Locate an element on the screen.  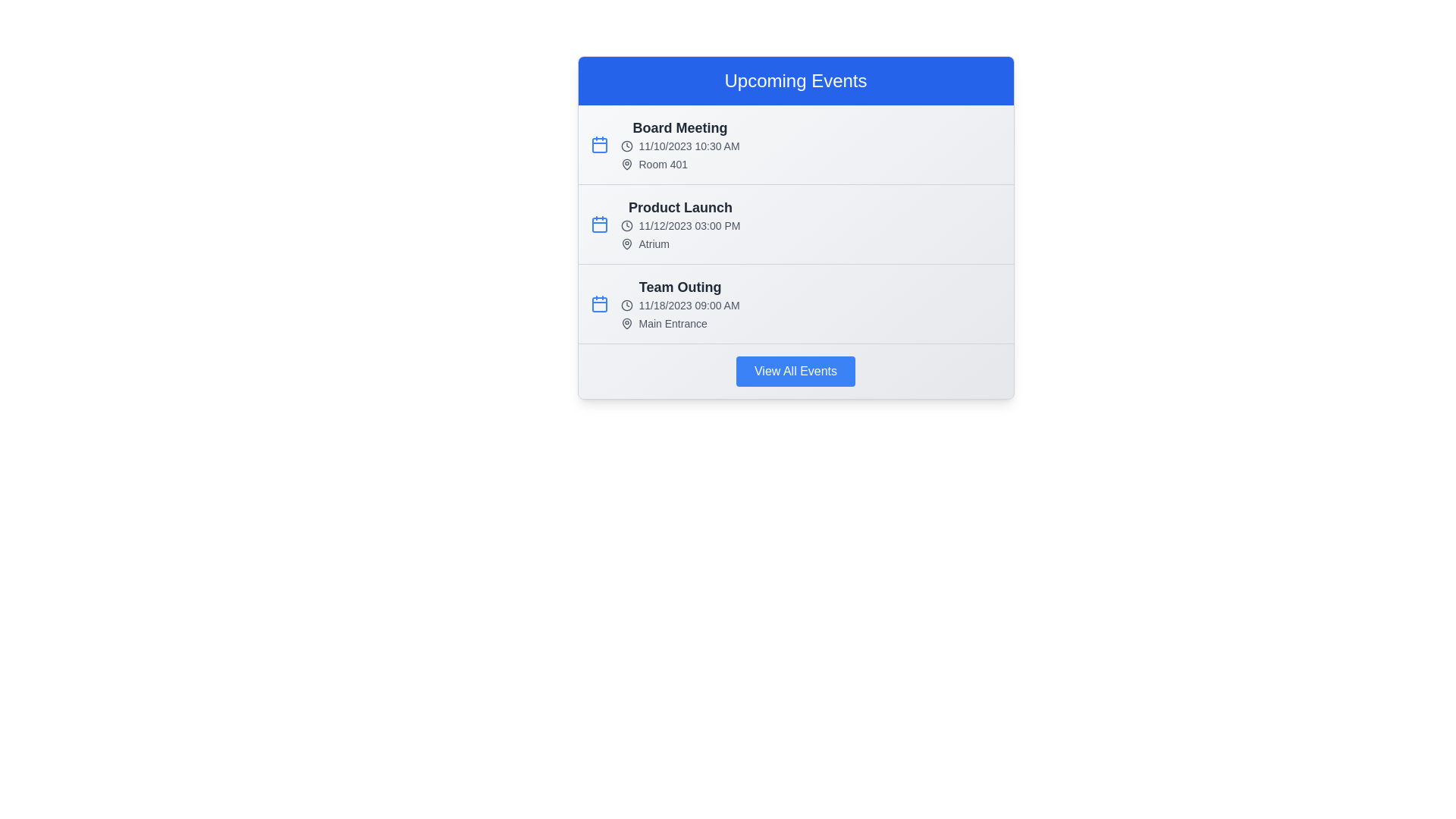
the second entry in the 'Upcoming Events' list, which displays an event's name, date, time, and location, located between 'Board Meeting' and 'Team Outing' is located at coordinates (679, 224).